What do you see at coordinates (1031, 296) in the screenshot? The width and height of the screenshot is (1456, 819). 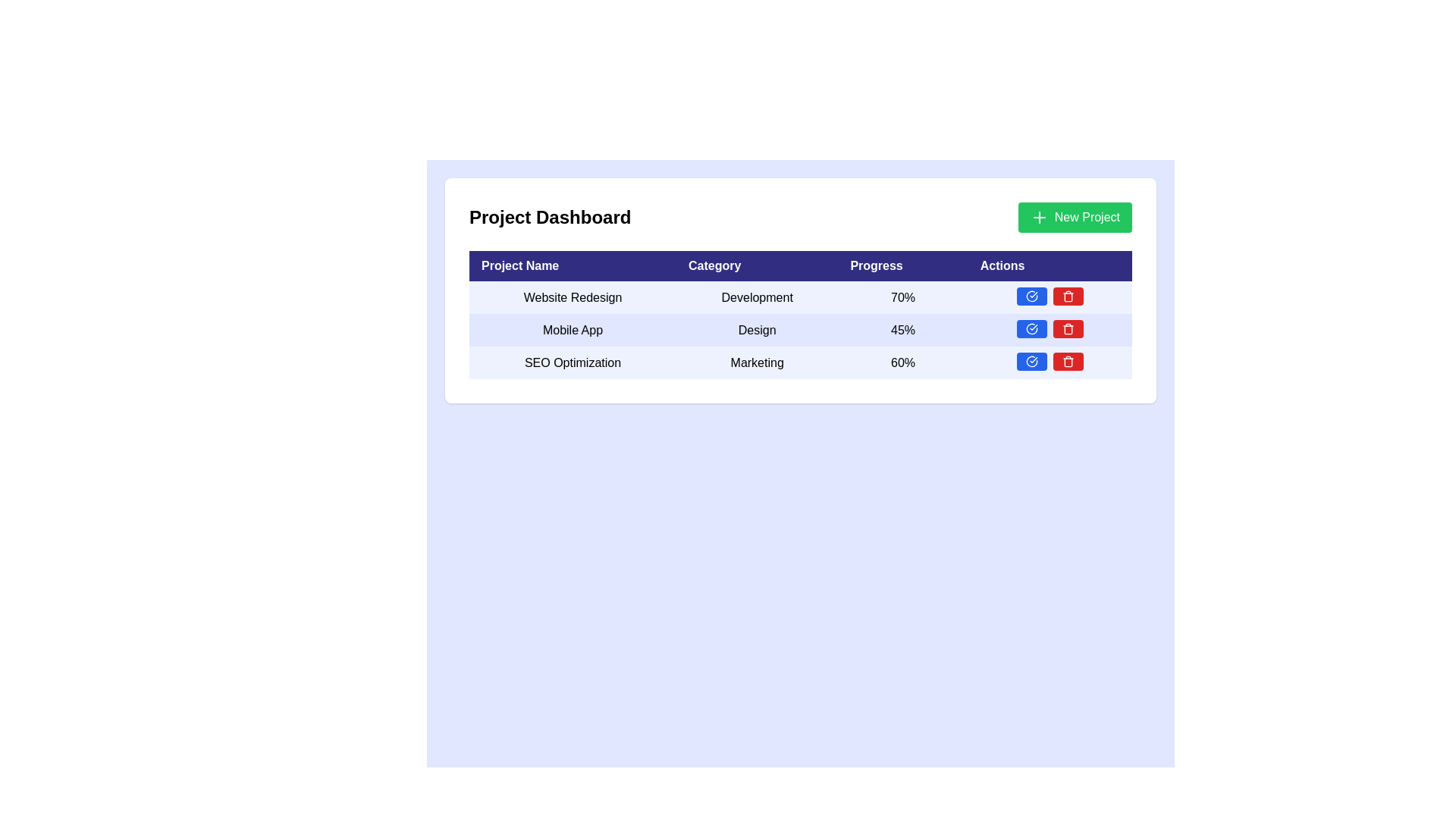 I see `the small blue button with a circular checkmark icon located in the 'Actions' column under the first row of the table, positioned to the left of the red delete button` at bounding box center [1031, 296].